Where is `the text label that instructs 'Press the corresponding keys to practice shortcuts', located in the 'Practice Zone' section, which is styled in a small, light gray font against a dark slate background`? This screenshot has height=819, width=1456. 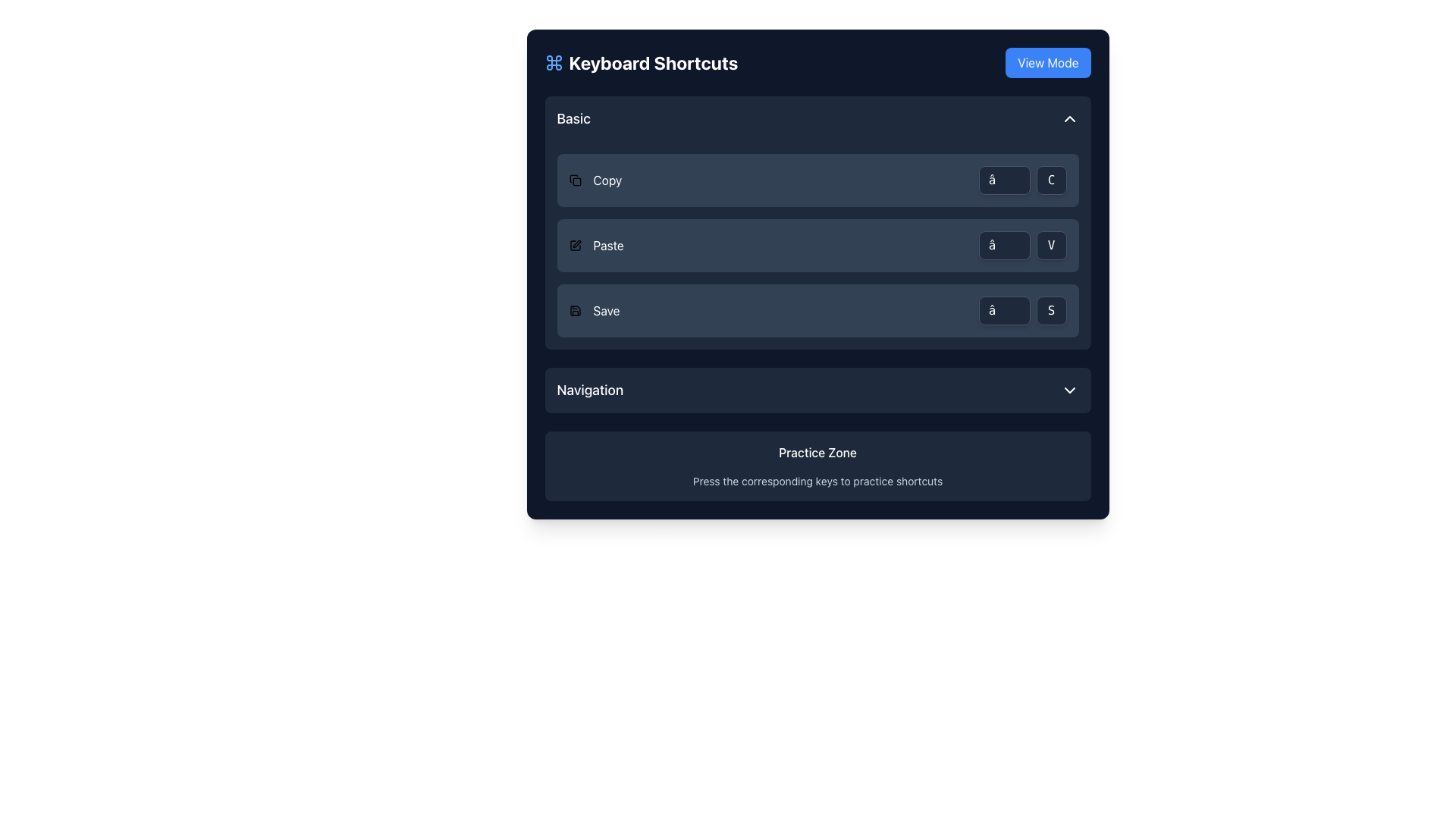
the text label that instructs 'Press the corresponding keys to practice shortcuts', located in the 'Practice Zone' section, which is styled in a small, light gray font against a dark slate background is located at coordinates (817, 482).